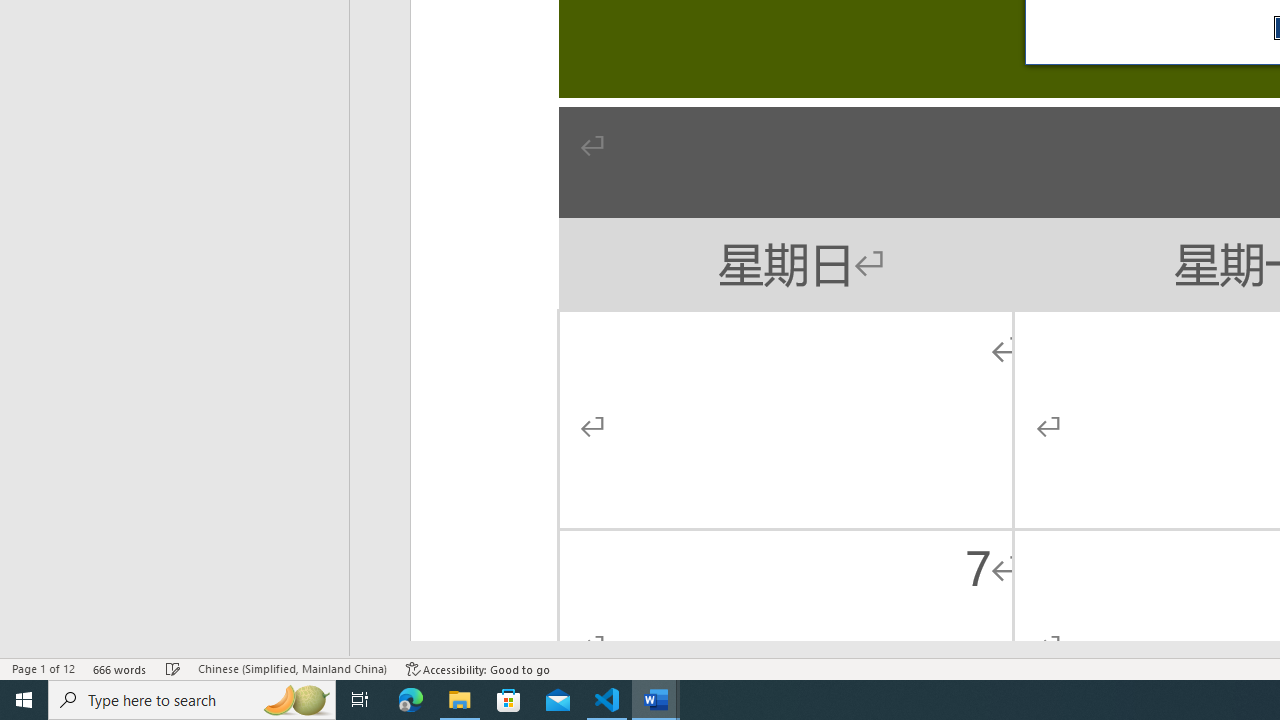 This screenshot has width=1280, height=720. What do you see at coordinates (477, 669) in the screenshot?
I see `'Accessibility Checker Accessibility: Good to go'` at bounding box center [477, 669].